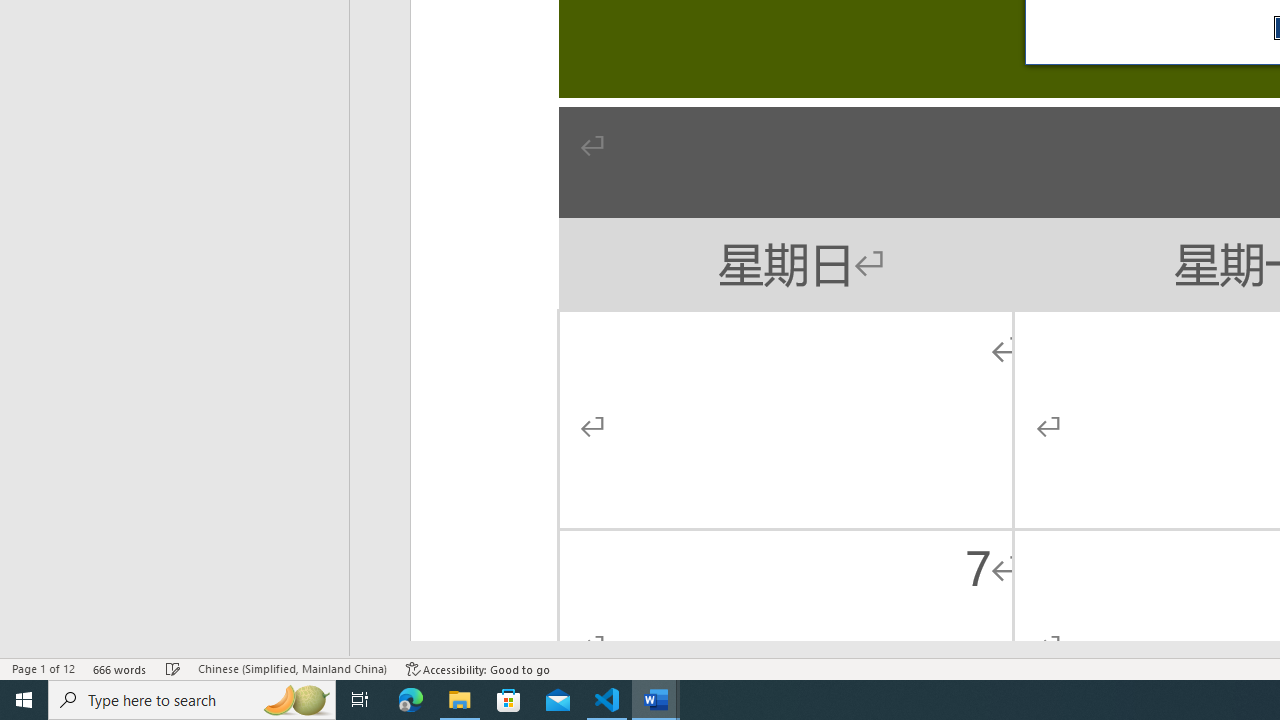 This screenshot has width=1280, height=720. What do you see at coordinates (477, 669) in the screenshot?
I see `'Accessibility Checker Accessibility: Good to go'` at bounding box center [477, 669].